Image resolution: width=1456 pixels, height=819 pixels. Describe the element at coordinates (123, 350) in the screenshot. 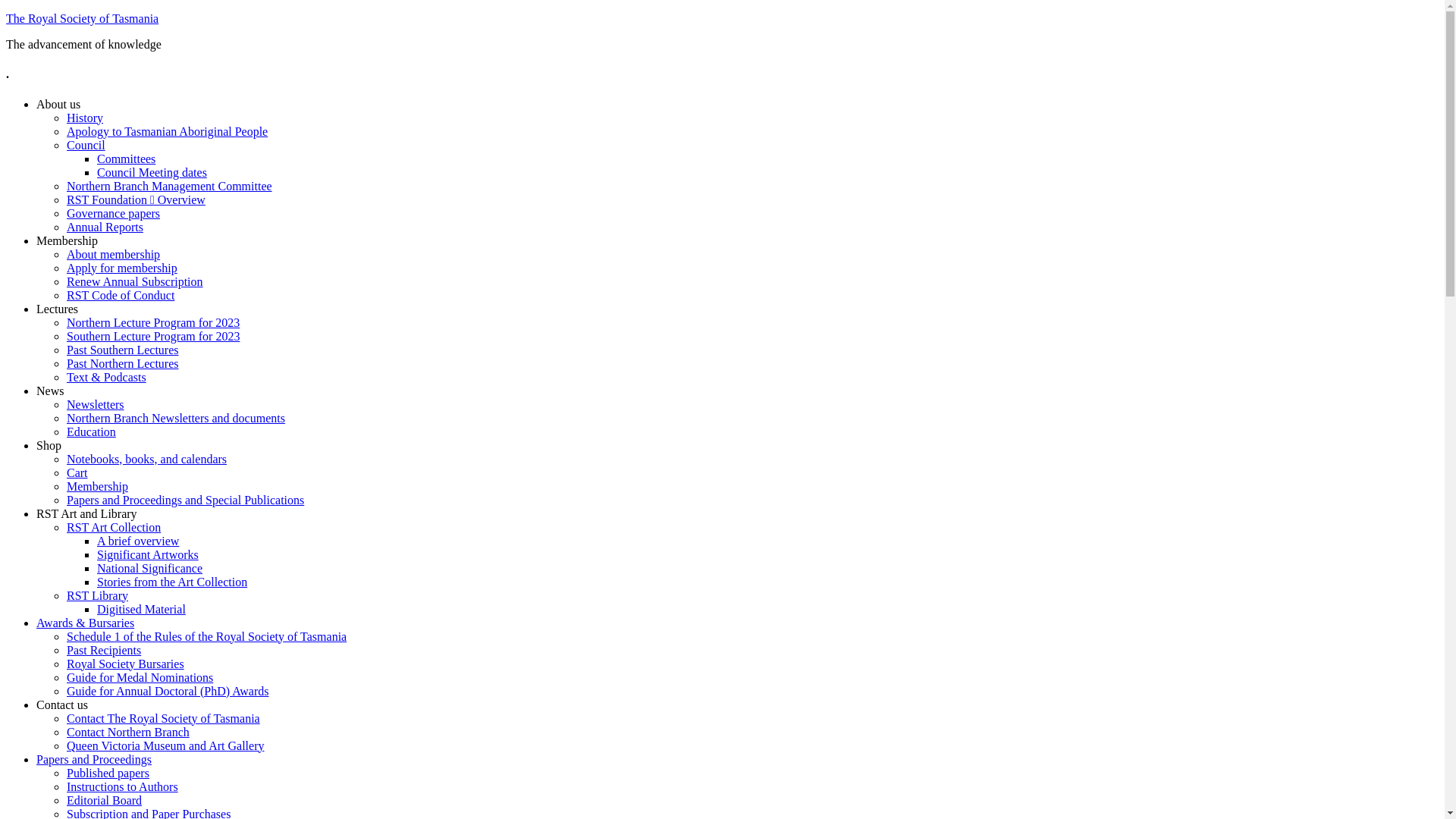

I see `'Past Southern Lectures'` at that location.